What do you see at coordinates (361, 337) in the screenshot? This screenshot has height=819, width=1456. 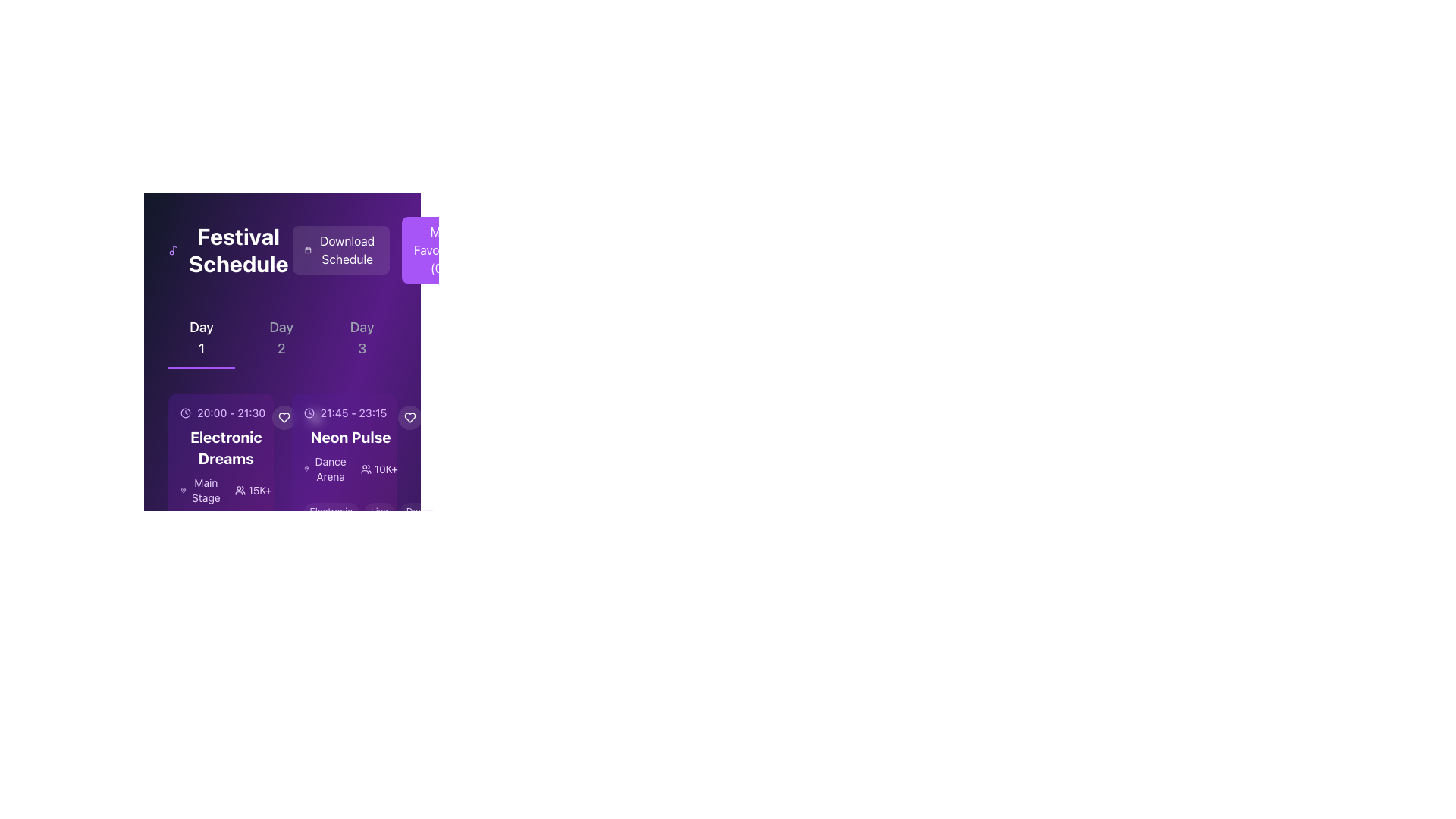 I see `the 'Day 3' button` at bounding box center [361, 337].